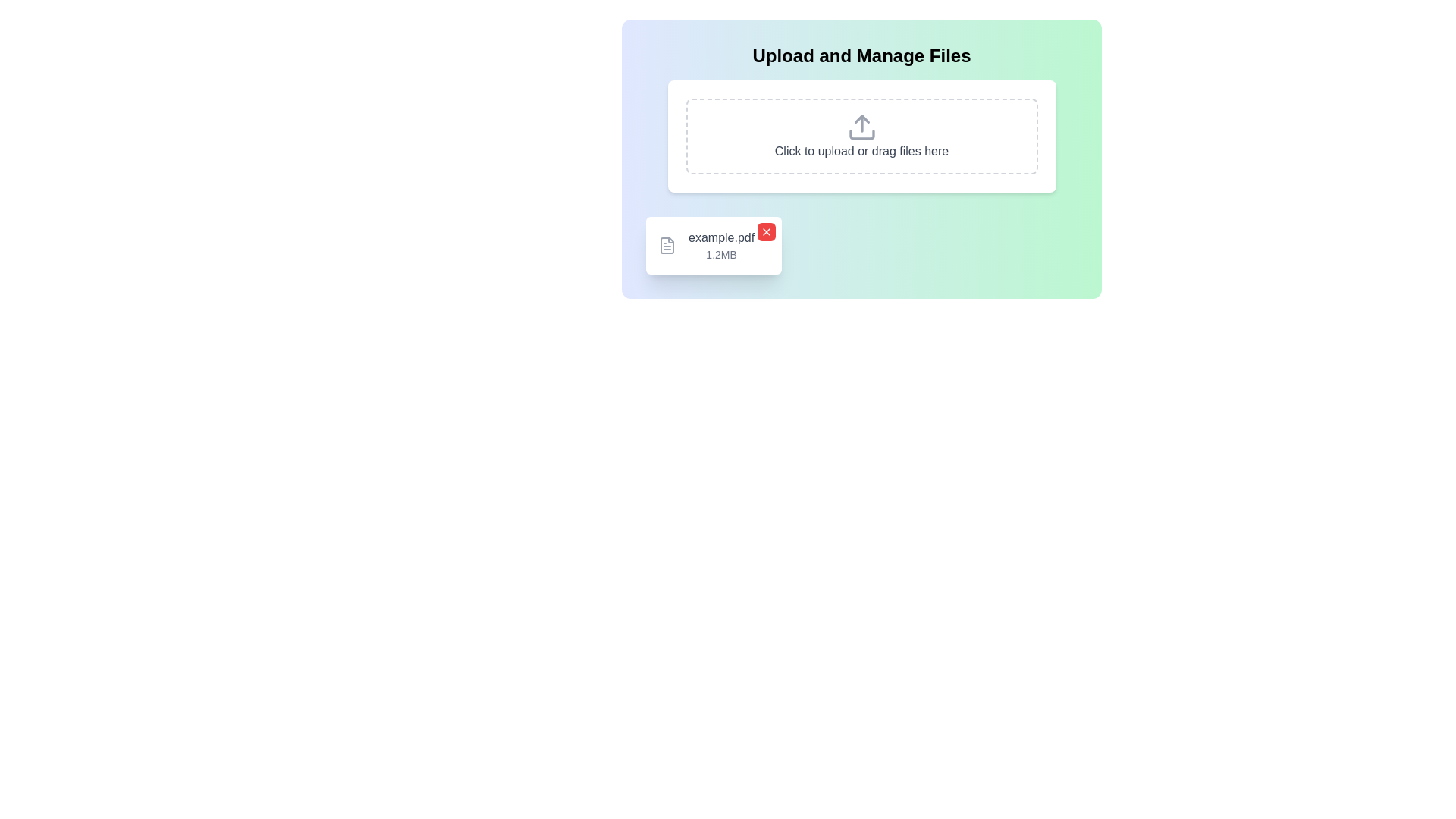 The width and height of the screenshot is (1456, 819). What do you see at coordinates (767, 231) in the screenshot?
I see `the small red button with rounded corners and an 'X' icon located in the top-right corner of the card displaying 'example.pdf 1.2MB'` at bounding box center [767, 231].